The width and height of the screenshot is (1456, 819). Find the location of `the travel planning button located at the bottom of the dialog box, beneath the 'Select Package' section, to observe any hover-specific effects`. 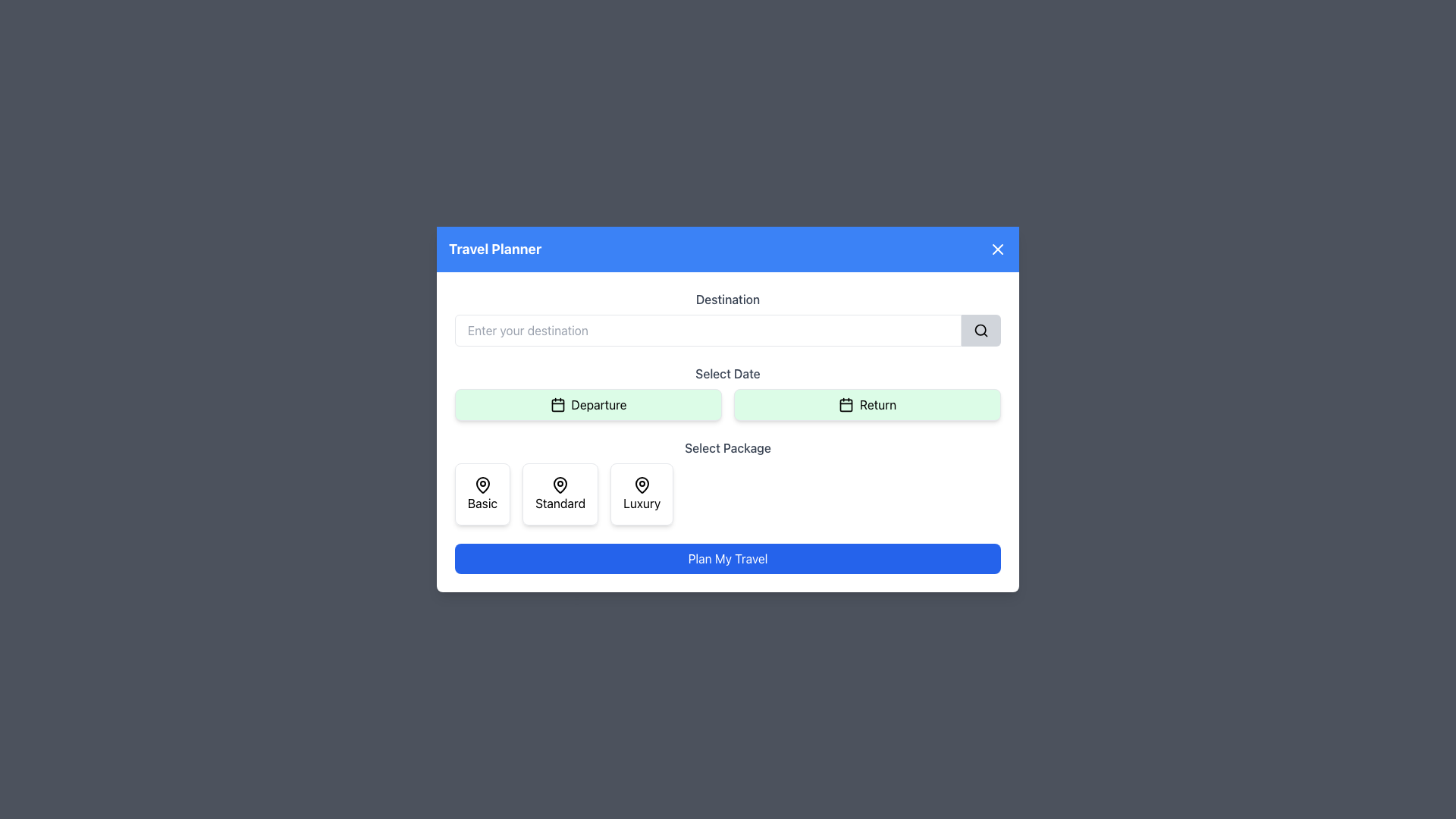

the travel planning button located at the bottom of the dialog box, beneath the 'Select Package' section, to observe any hover-specific effects is located at coordinates (728, 558).